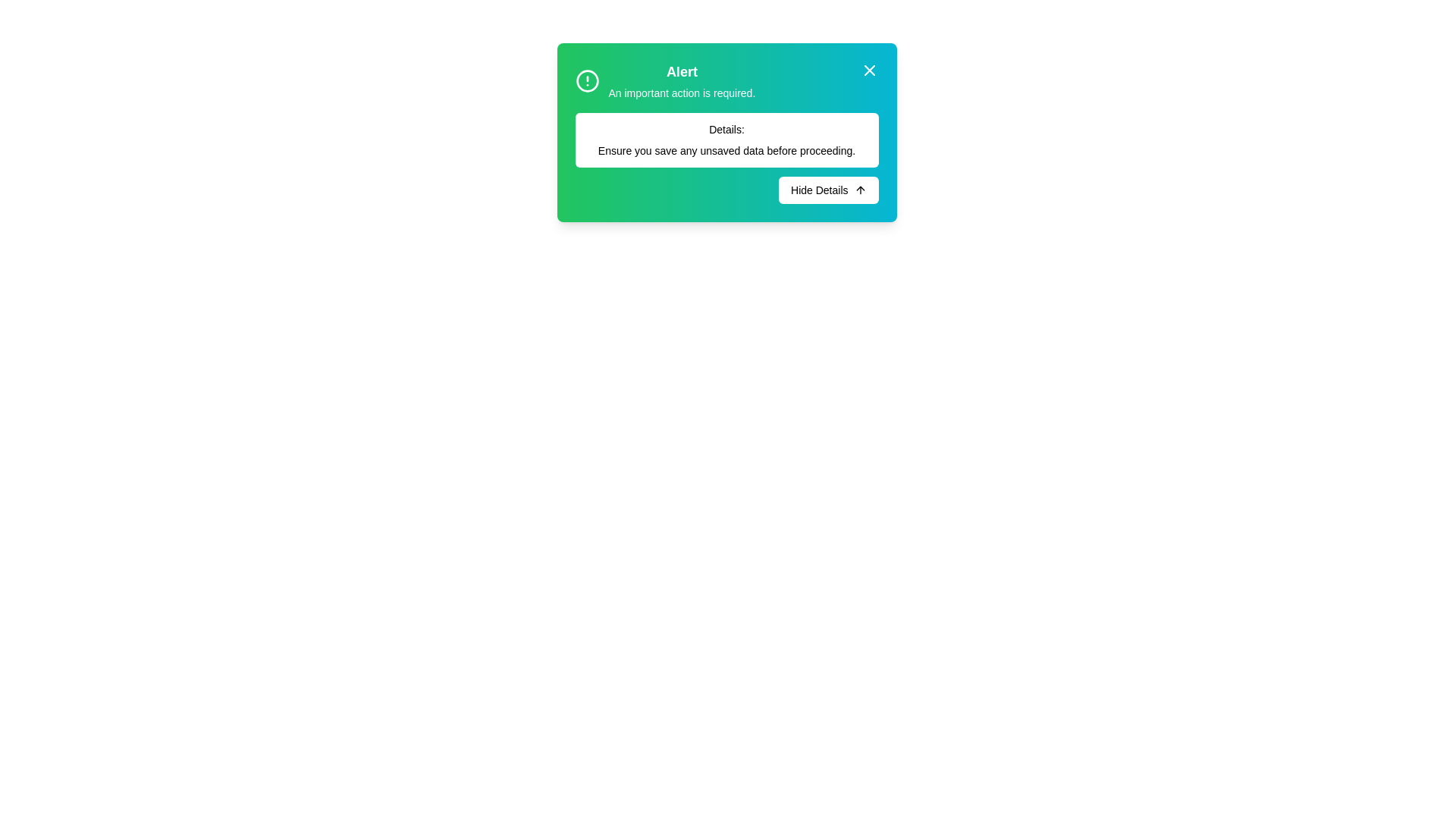  Describe the element at coordinates (681, 72) in the screenshot. I see `the Text label that serves as a title or heading for the dialog box, displaying the message 'An important action is required.'` at that location.